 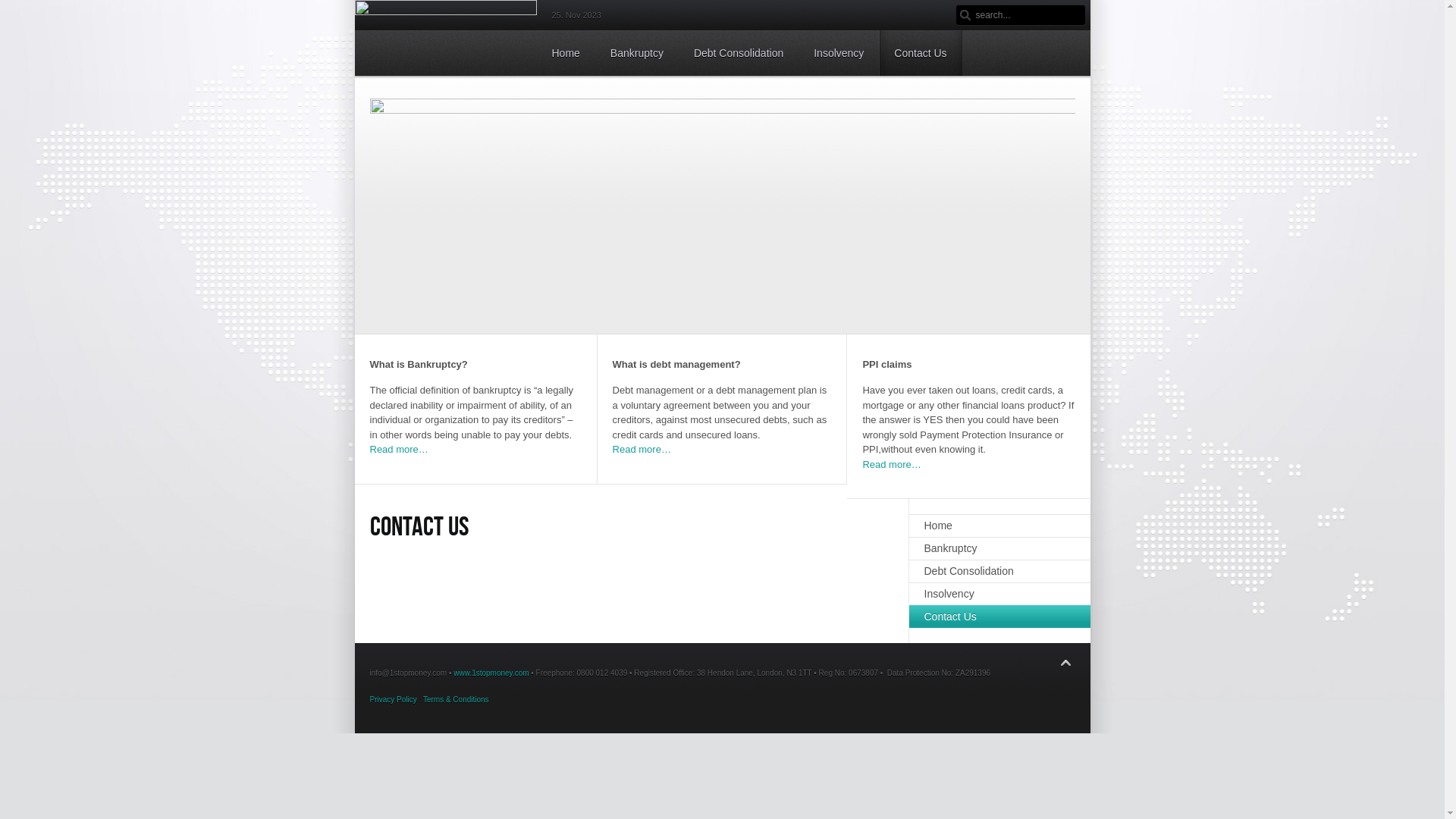 I want to click on 'www.1stopmoney.com', so click(x=491, y=672).